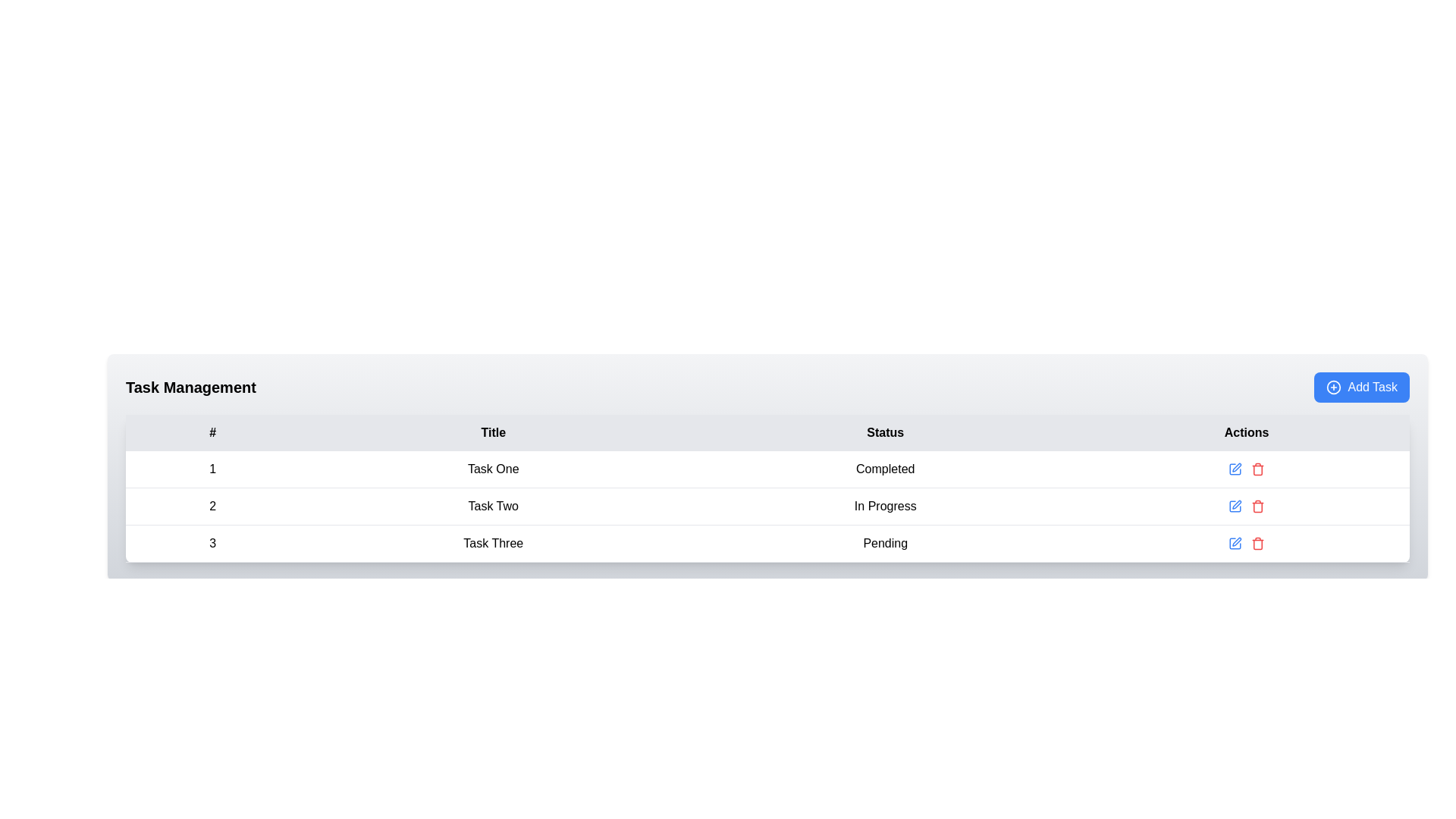 This screenshot has width=1456, height=819. Describe the element at coordinates (767, 469) in the screenshot. I see `the first table row containing task-related data` at that location.